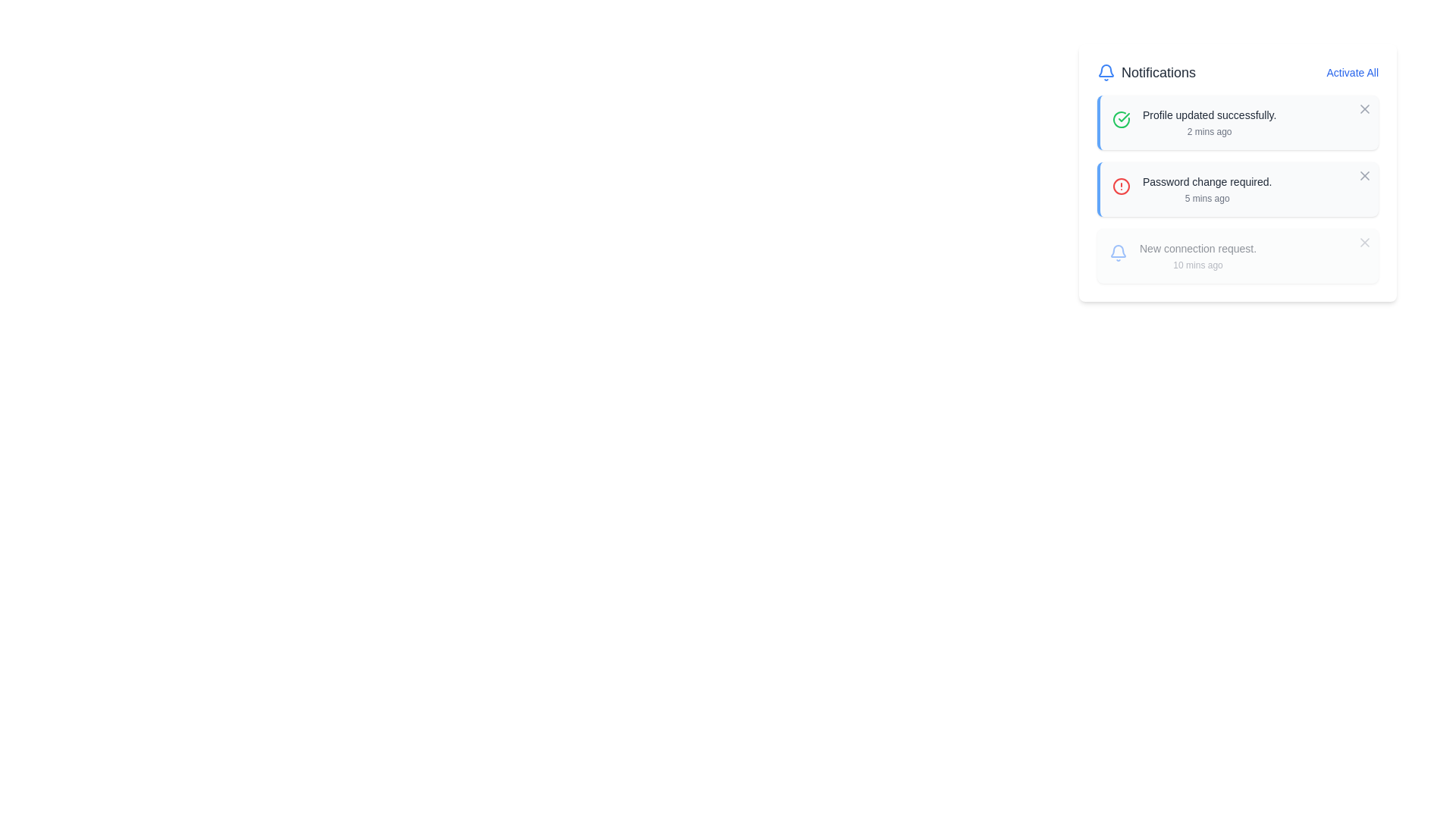 This screenshot has width=1456, height=819. I want to click on contents of the text label displaying 'New connection request.' located in a notification card at the bottom of the notification list on the right sidebar, so click(1197, 247).